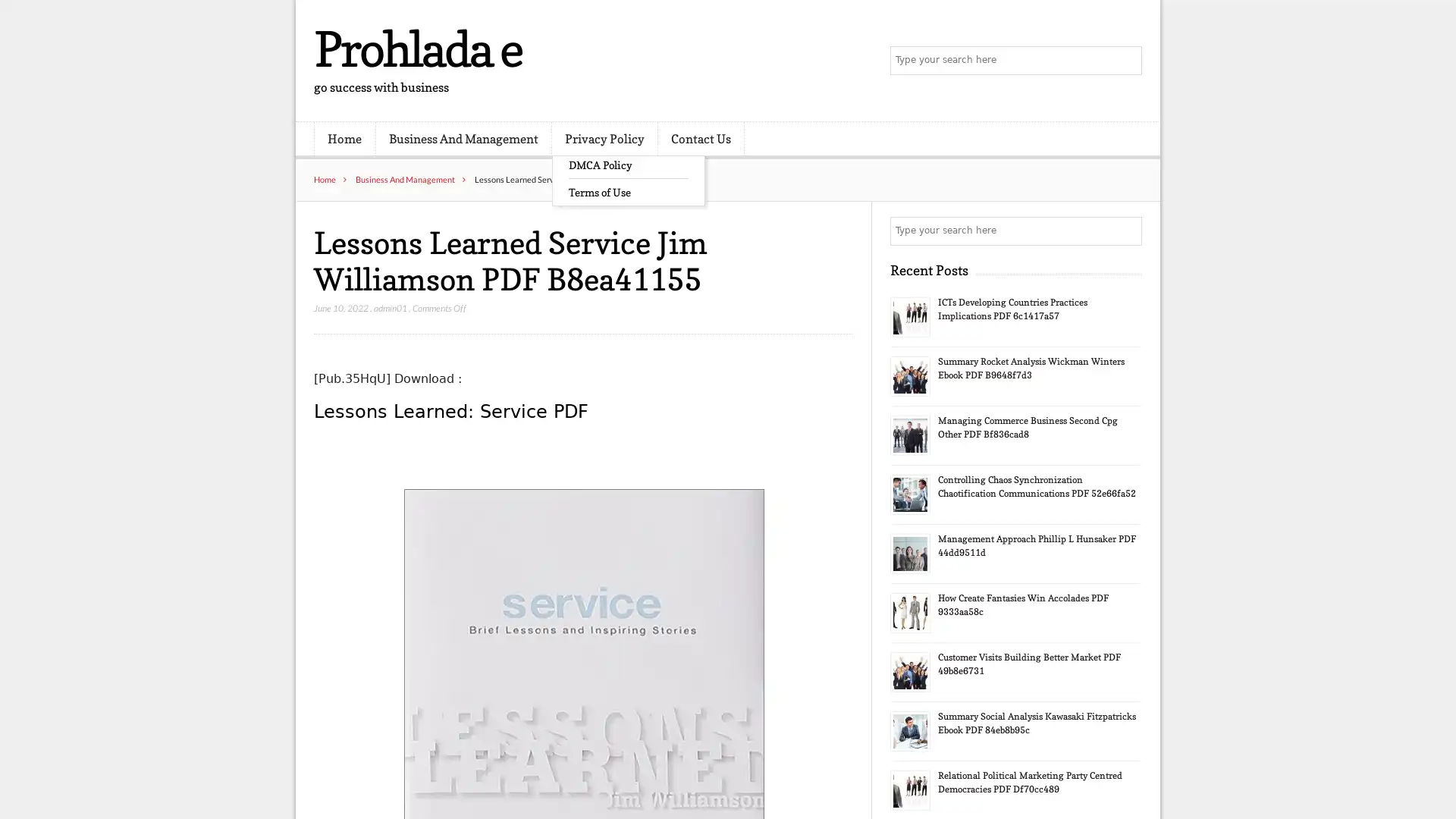 This screenshot has height=819, width=1456. What do you see at coordinates (1126, 231) in the screenshot?
I see `Search` at bounding box center [1126, 231].